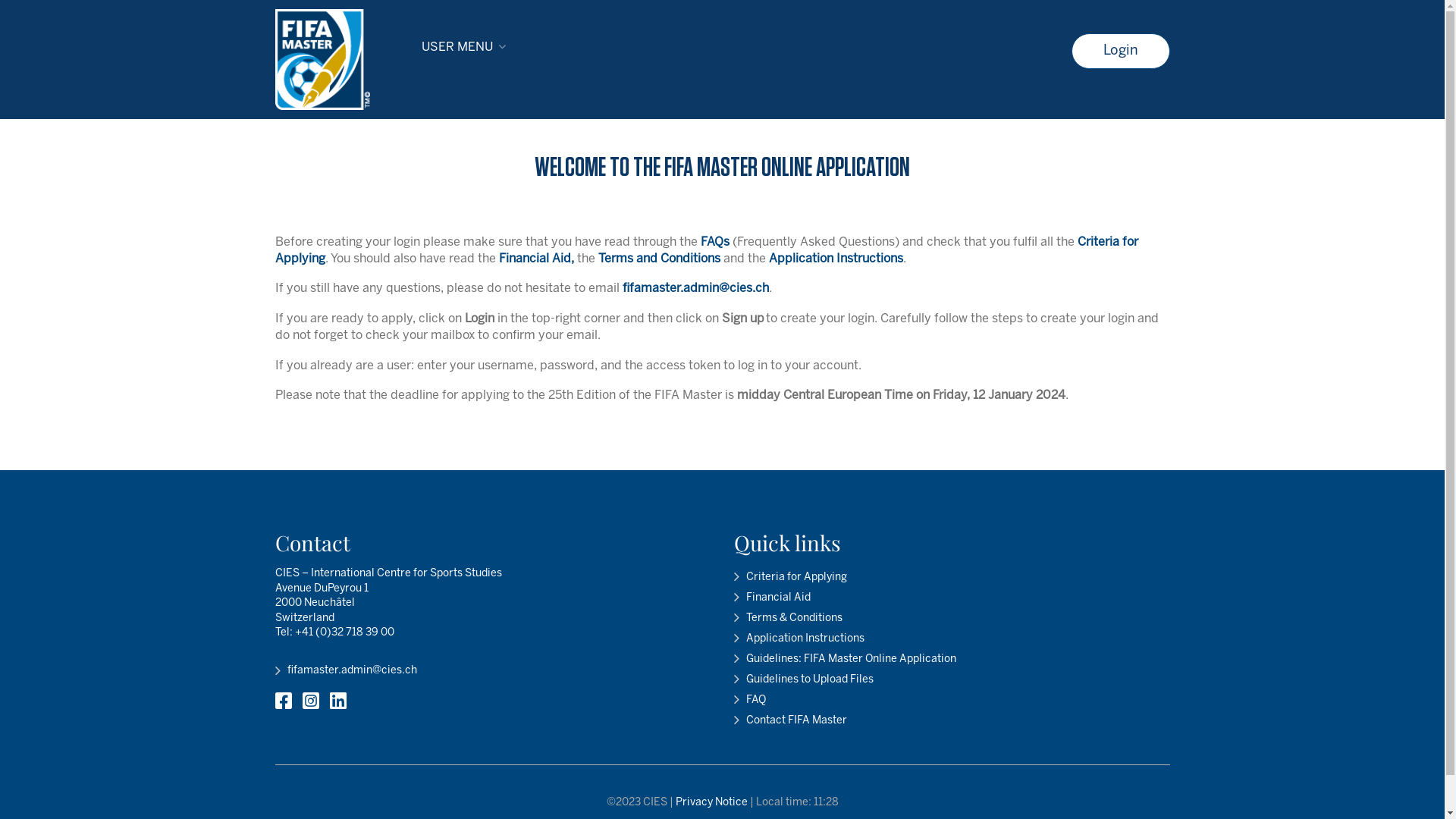 The height and width of the screenshot is (819, 1456). I want to click on 'fifamaster.admin@cies.ch', so click(694, 288).